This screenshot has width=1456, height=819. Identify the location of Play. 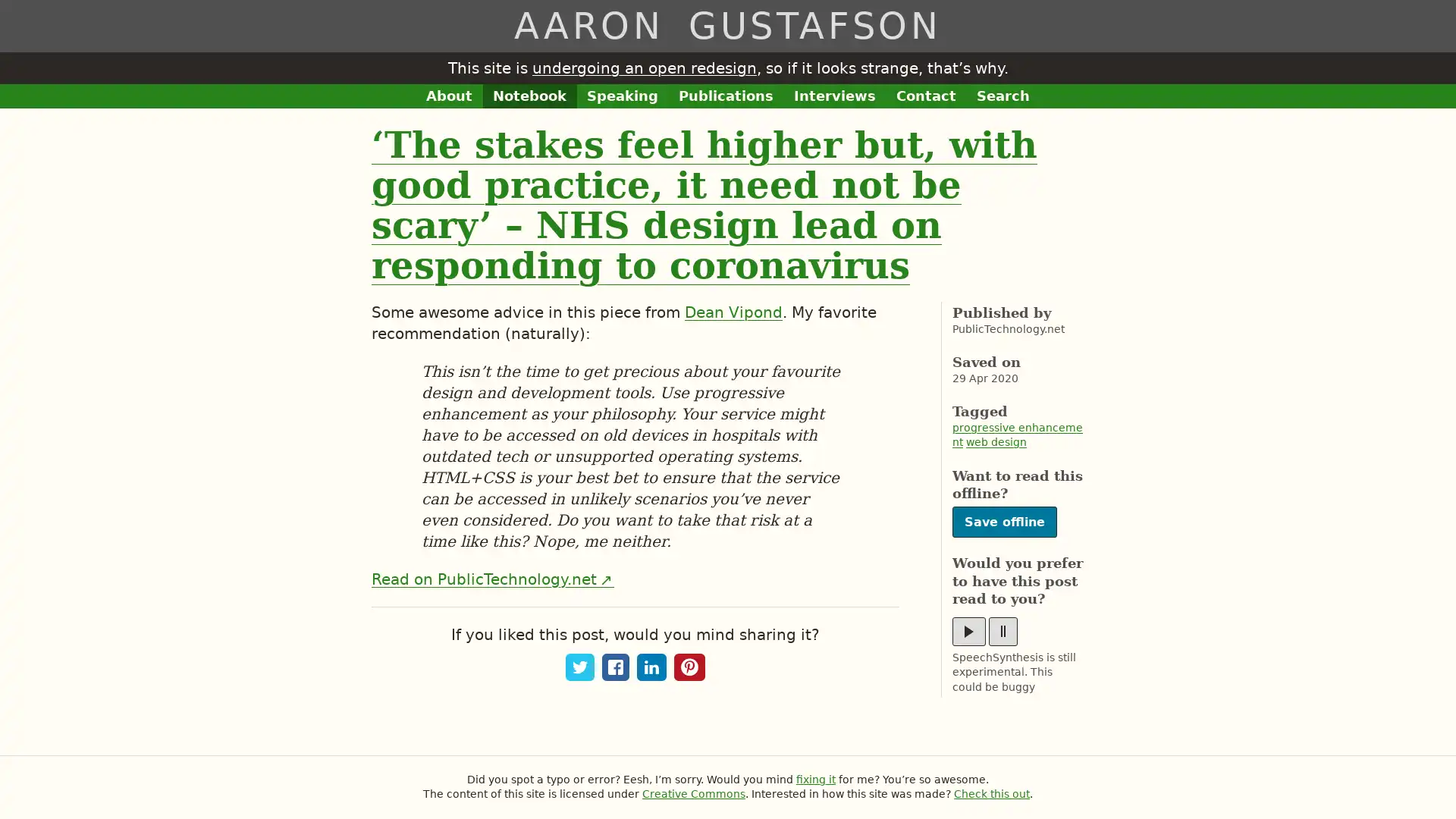
(968, 631).